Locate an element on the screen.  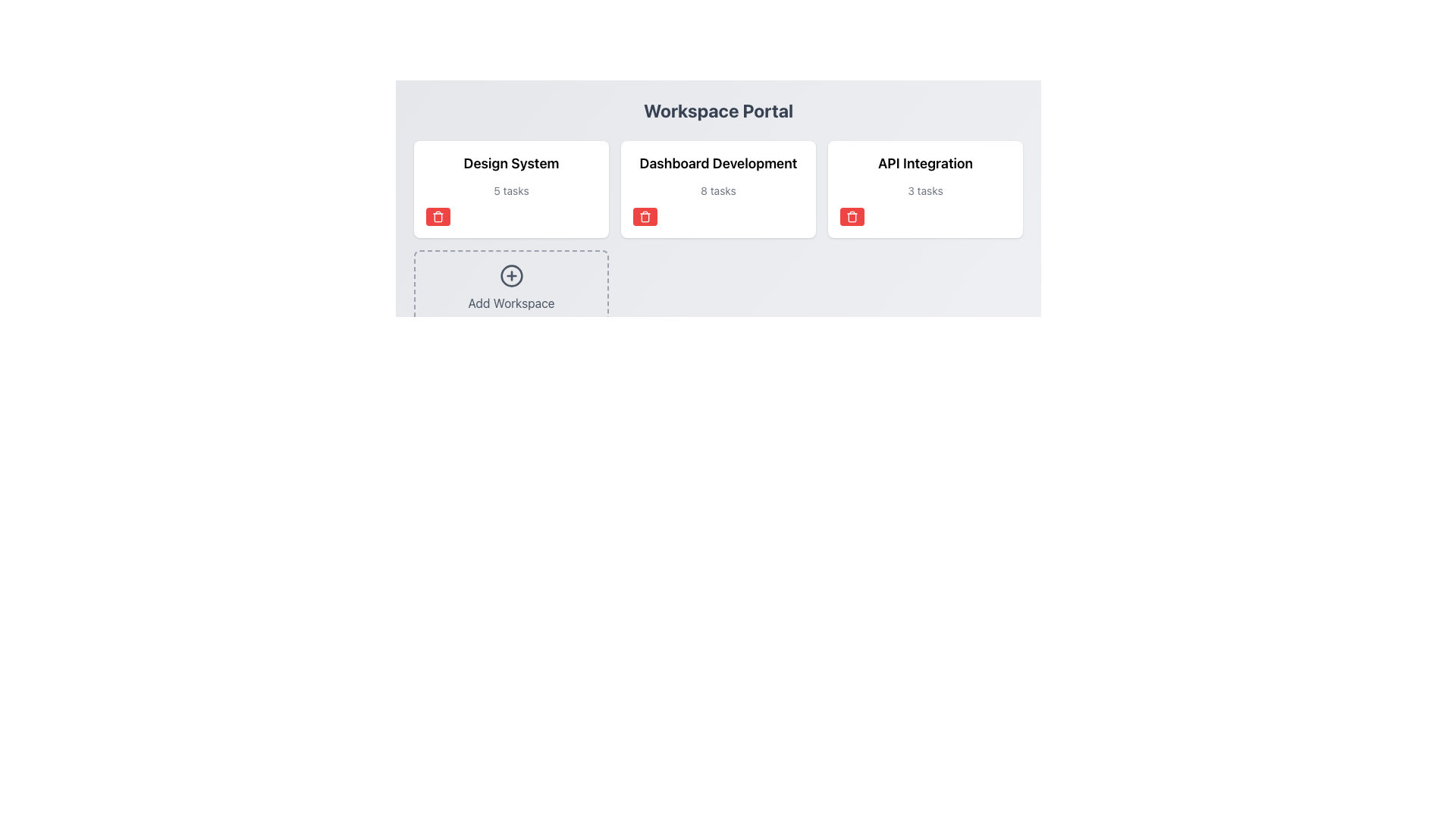
the text label 'Dashboard Development' which is located in the middle card of a three-card layout, positioned above the '8 tasks' subtitle is located at coordinates (717, 164).